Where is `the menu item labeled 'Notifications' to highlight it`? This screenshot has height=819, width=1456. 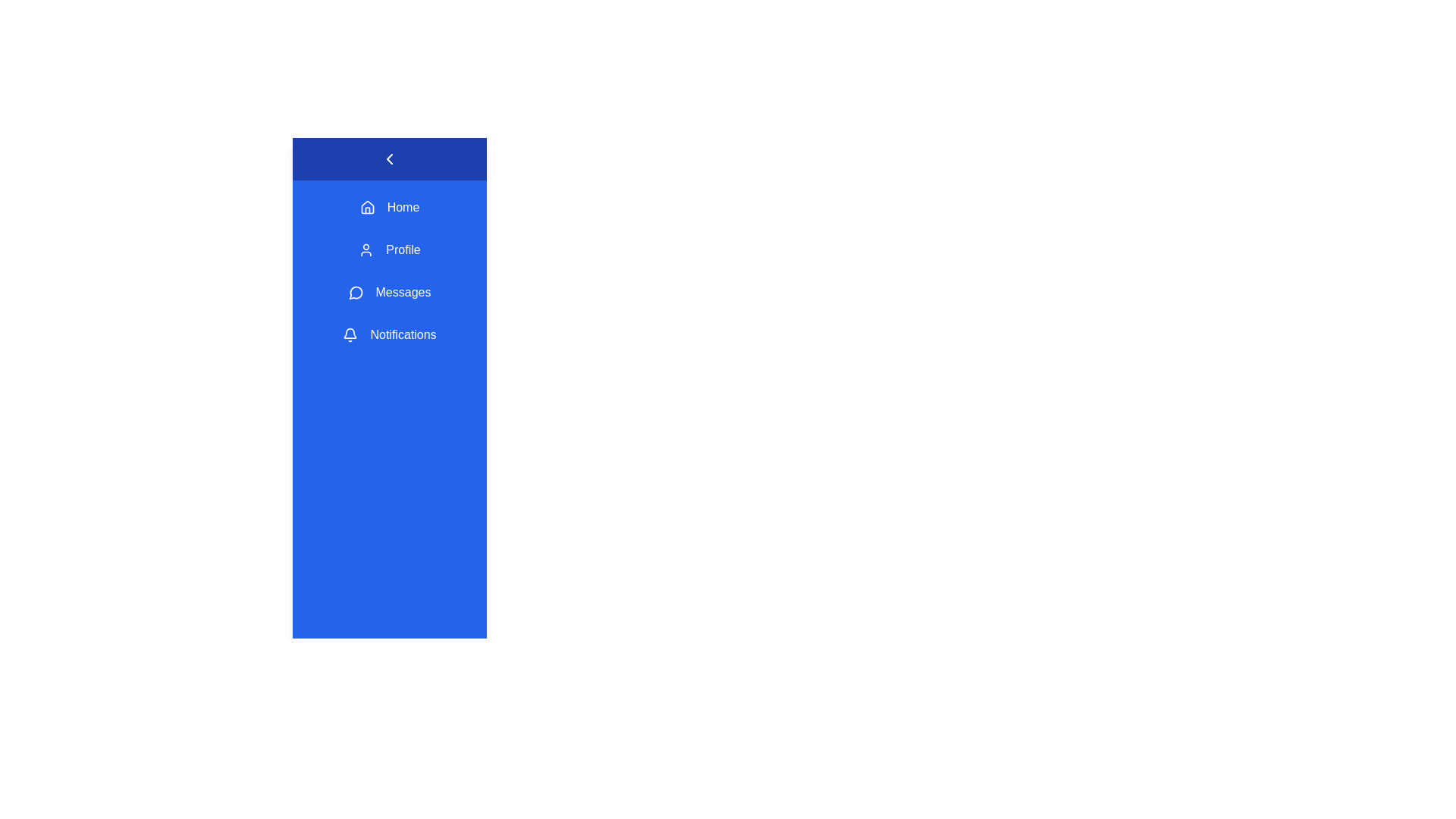
the menu item labeled 'Notifications' to highlight it is located at coordinates (389, 334).